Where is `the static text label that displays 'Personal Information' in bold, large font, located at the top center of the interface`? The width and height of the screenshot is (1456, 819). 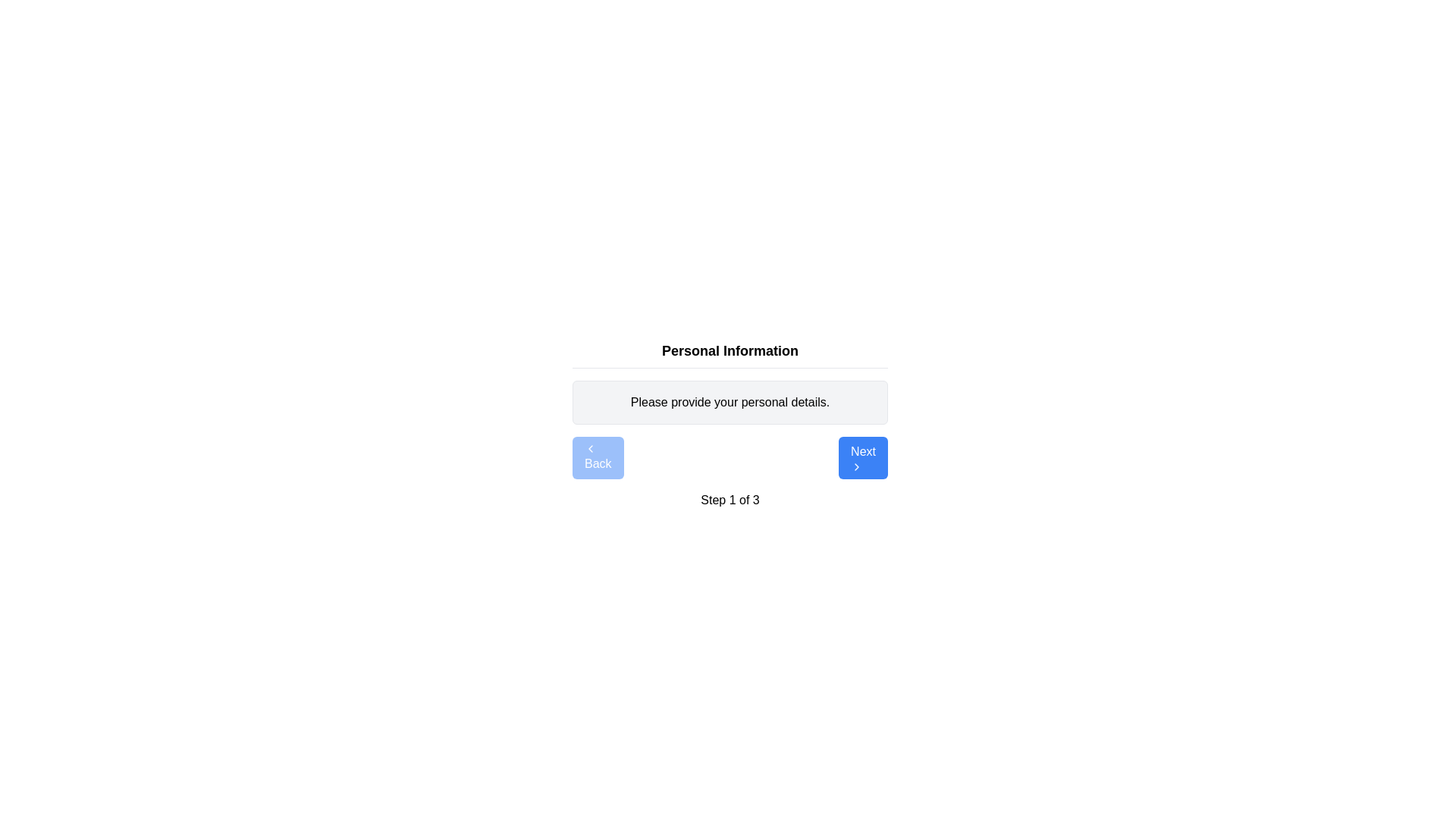
the static text label that displays 'Personal Information' in bold, large font, located at the top center of the interface is located at coordinates (730, 350).